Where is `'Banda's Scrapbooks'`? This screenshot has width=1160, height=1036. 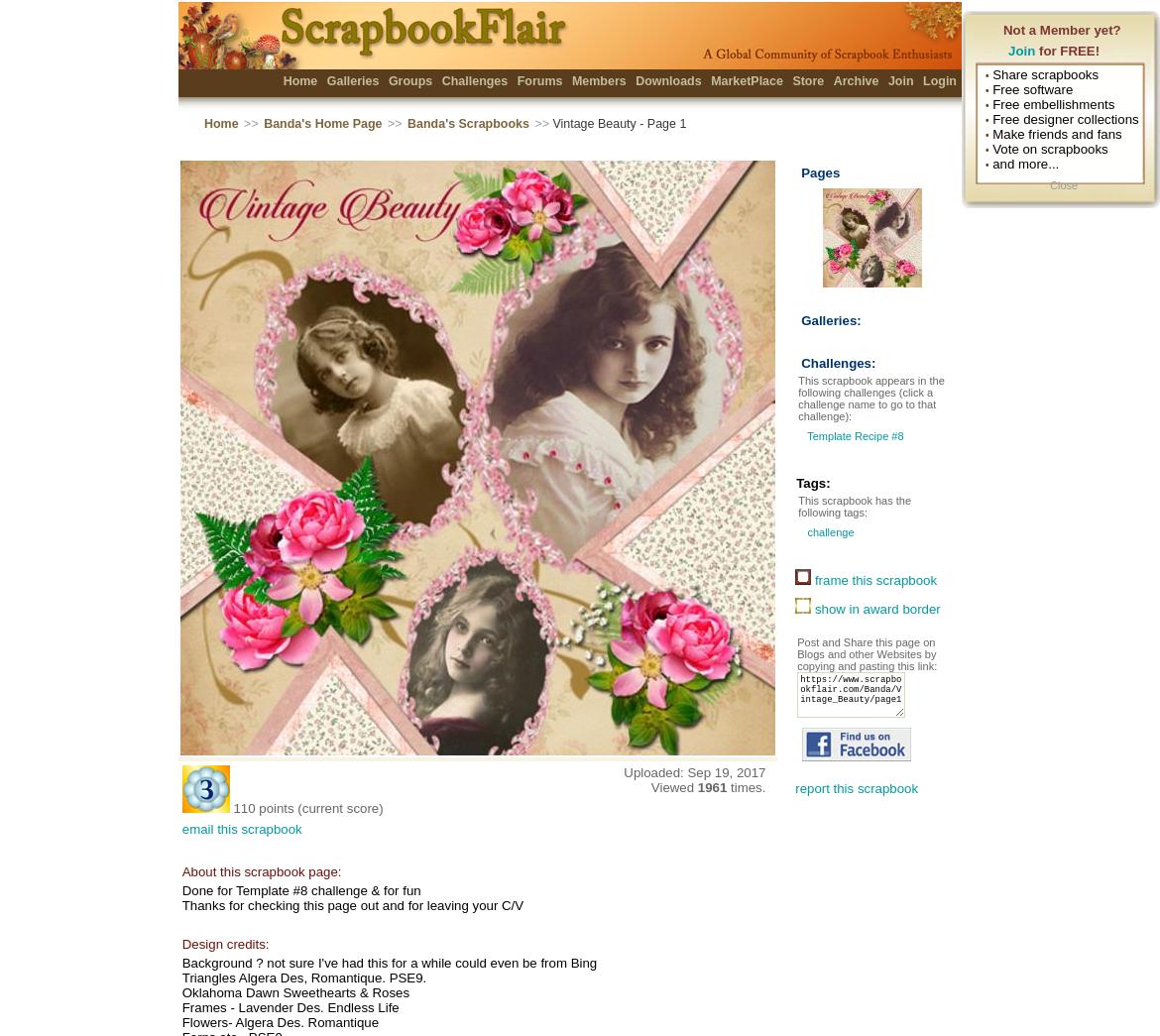
'Banda's Scrapbooks' is located at coordinates (467, 122).